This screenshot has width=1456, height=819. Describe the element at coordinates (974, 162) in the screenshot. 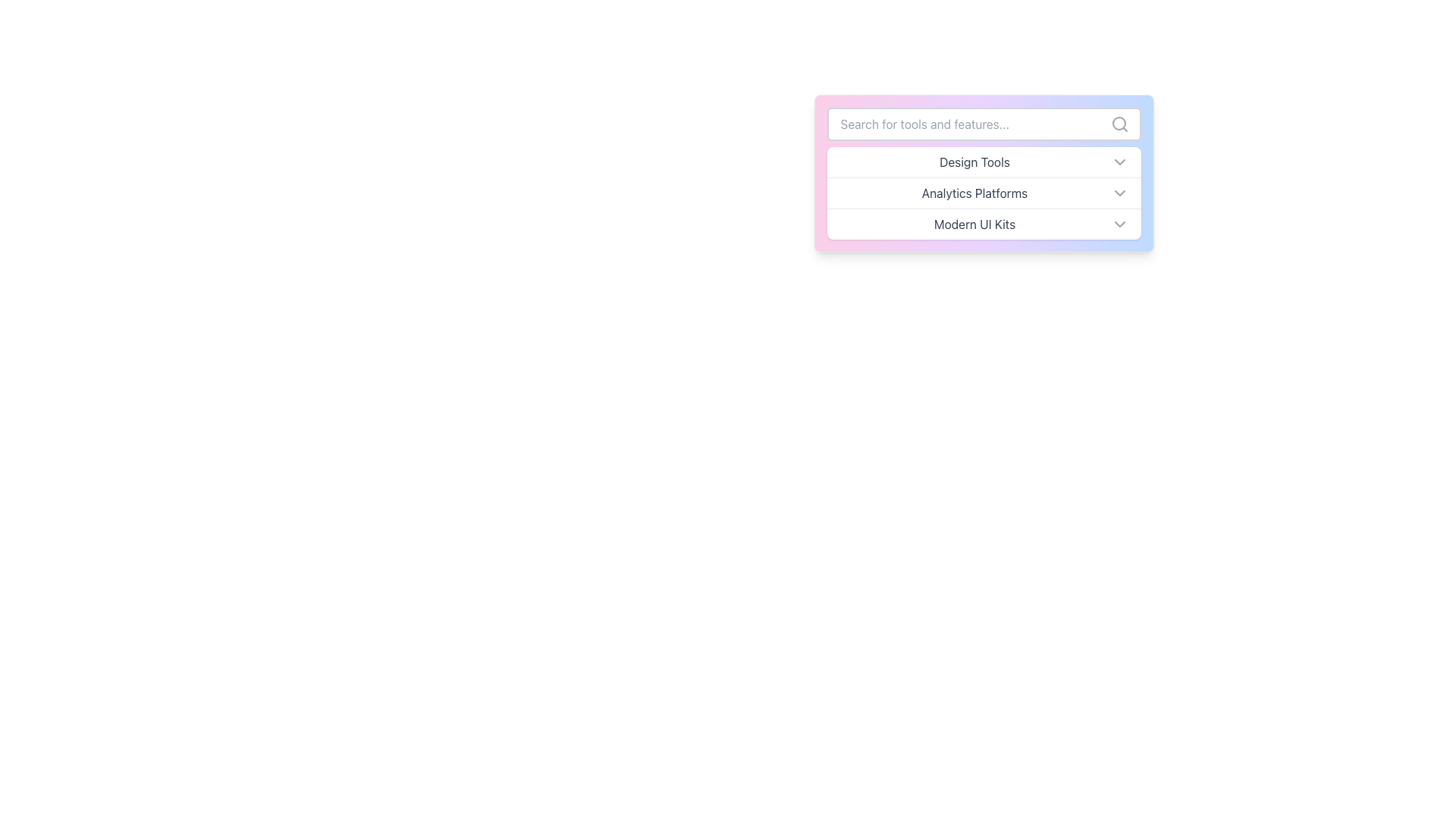

I see `the 'Design Tools' text label, which is the first menu item in the dropdown interface, displayed in dark gray font within a light-colored rectangular area` at that location.